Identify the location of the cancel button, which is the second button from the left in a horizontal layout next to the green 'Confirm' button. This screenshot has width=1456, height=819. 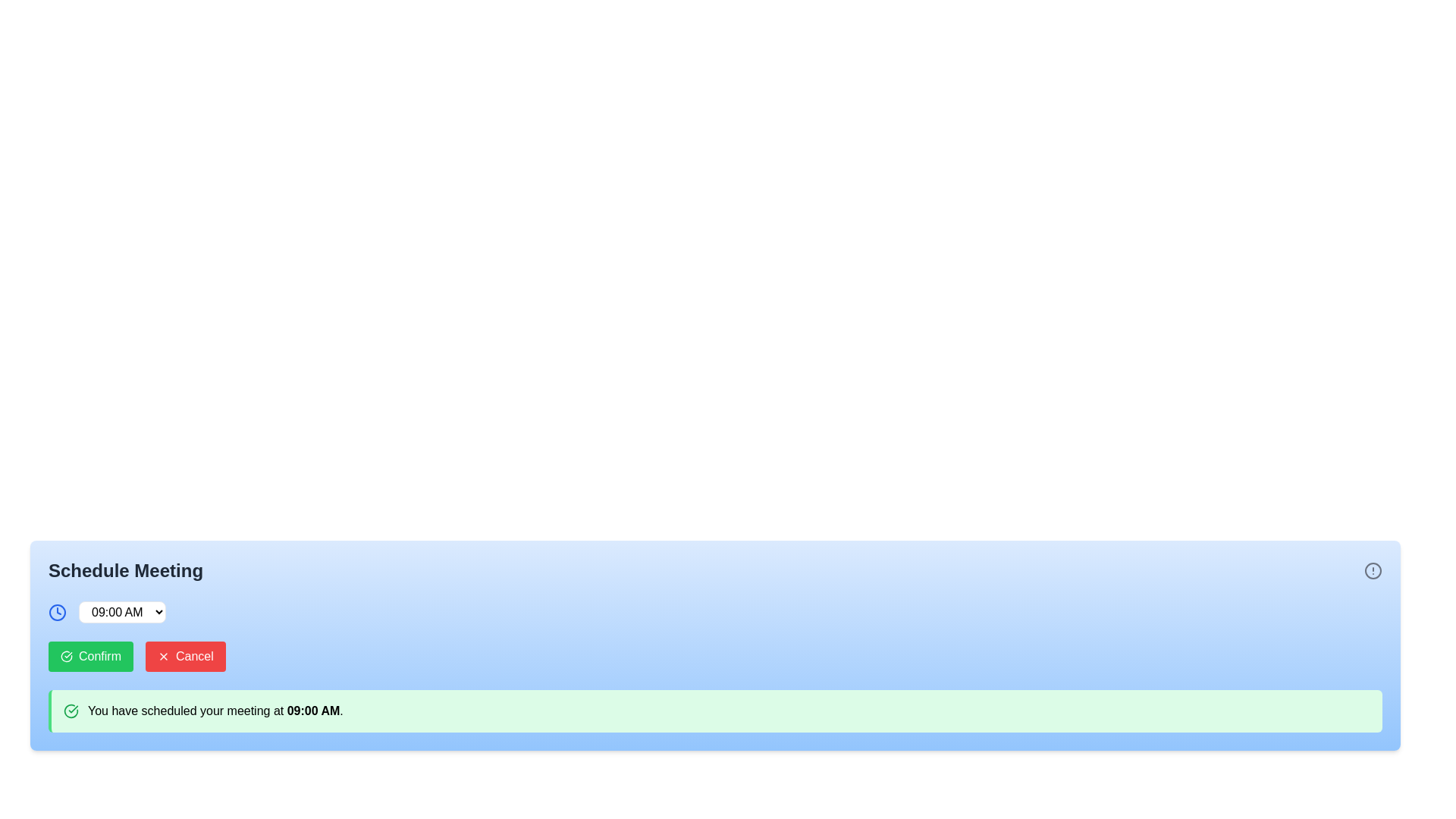
(184, 656).